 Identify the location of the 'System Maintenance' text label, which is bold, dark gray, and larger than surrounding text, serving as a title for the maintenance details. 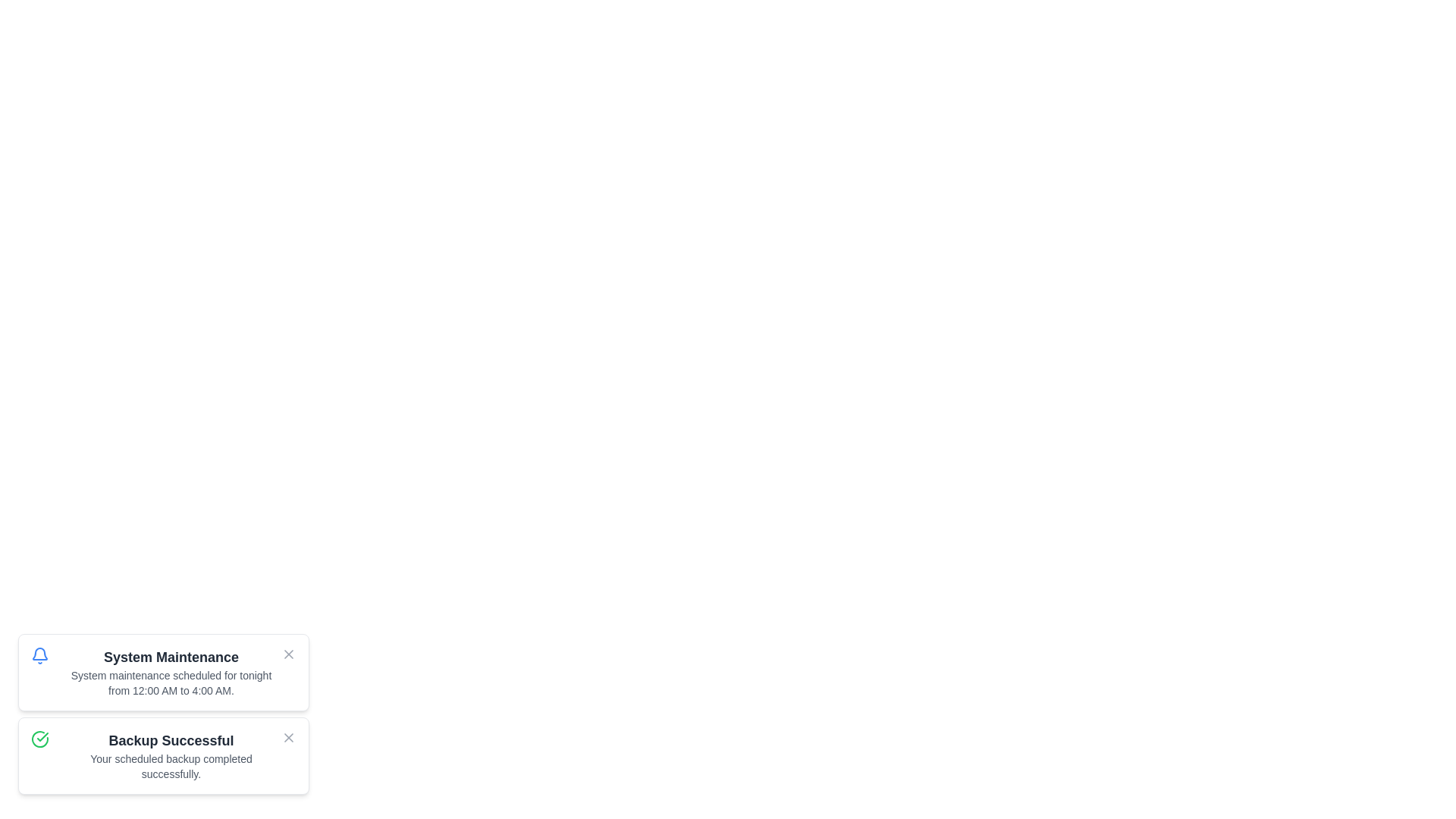
(171, 657).